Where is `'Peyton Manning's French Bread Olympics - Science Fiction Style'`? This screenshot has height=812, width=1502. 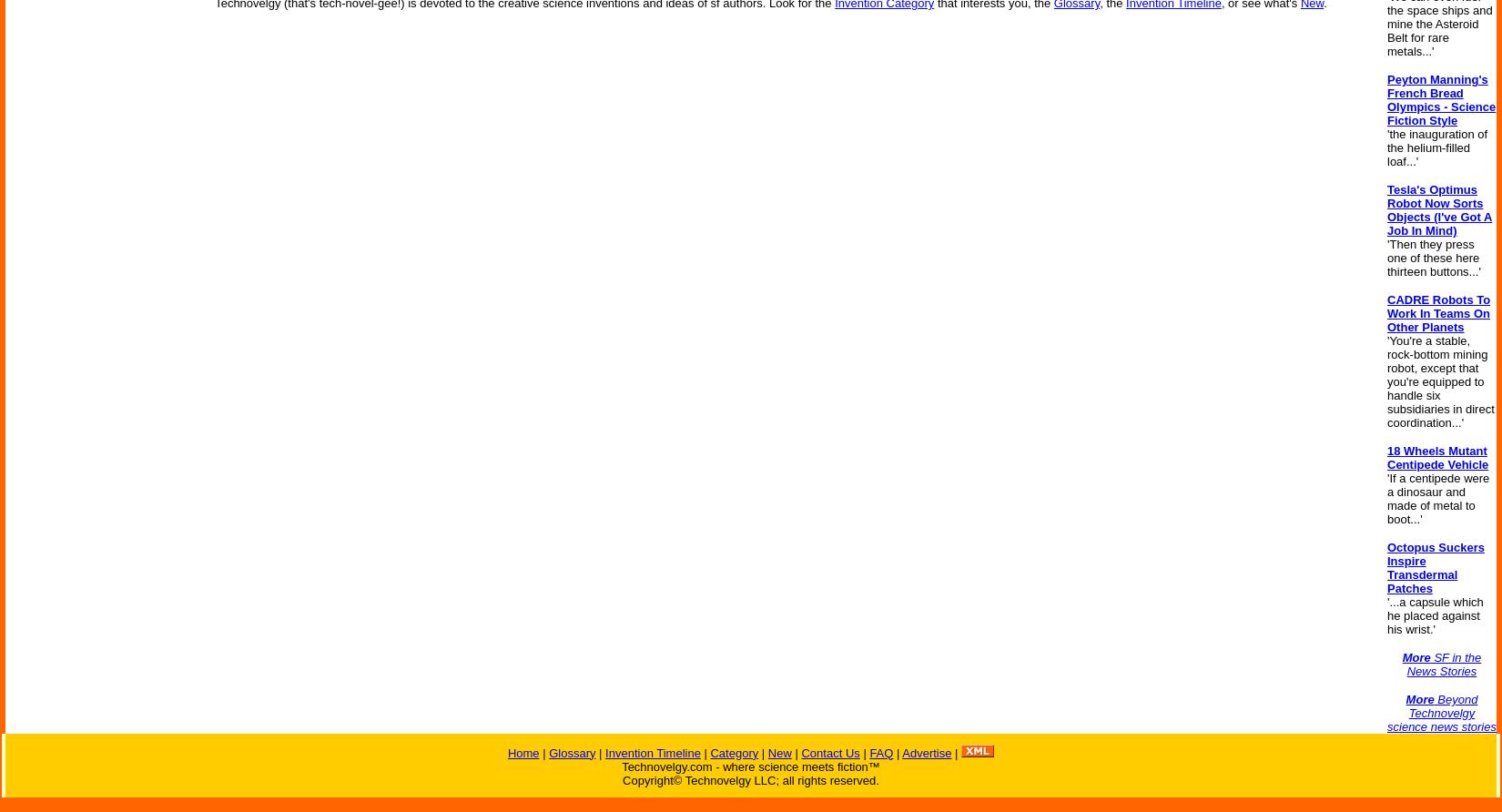
'Peyton Manning's French Bread Olympics - Science Fiction Style' is located at coordinates (1440, 99).